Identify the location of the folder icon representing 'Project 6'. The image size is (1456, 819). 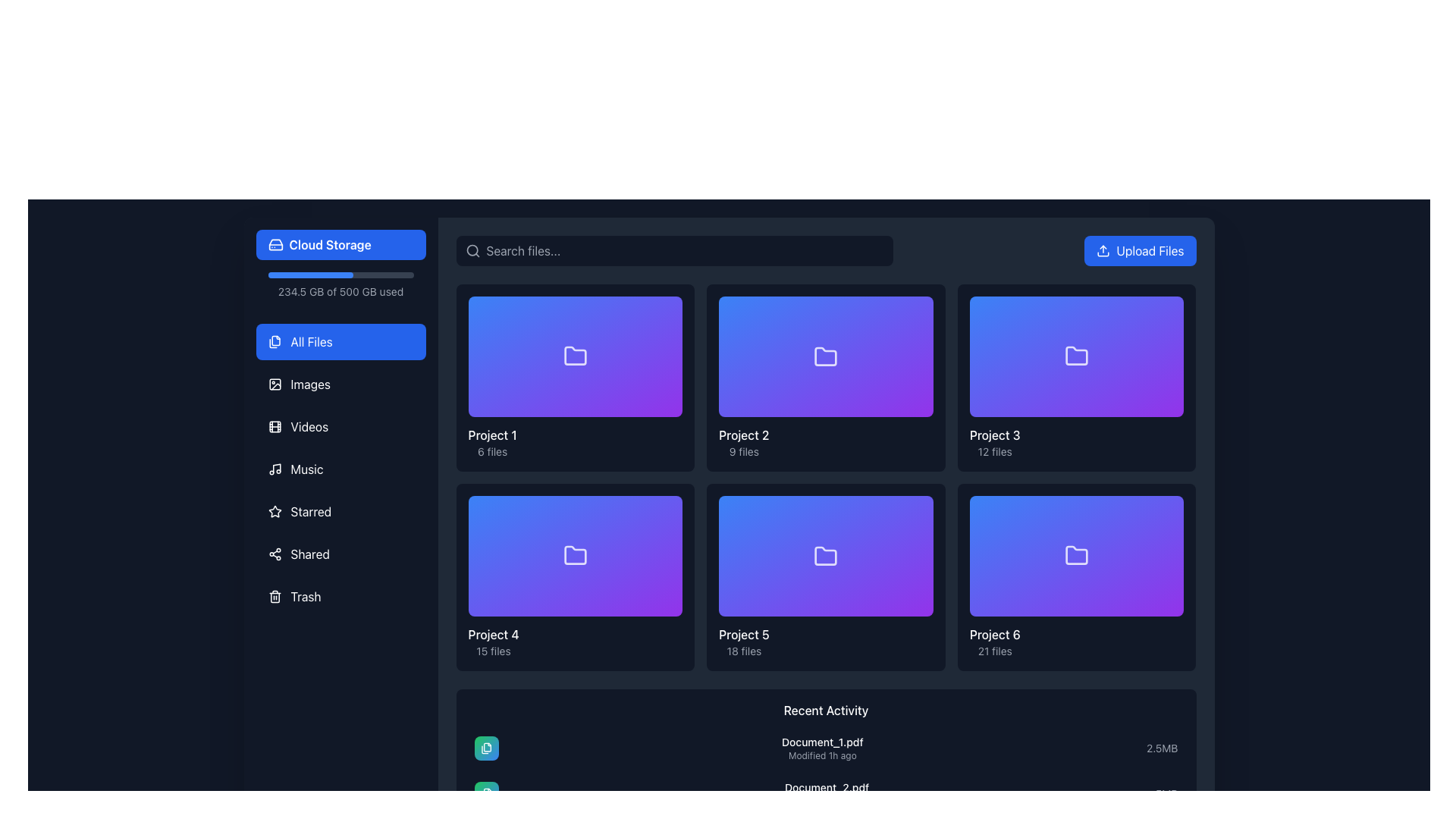
(1076, 556).